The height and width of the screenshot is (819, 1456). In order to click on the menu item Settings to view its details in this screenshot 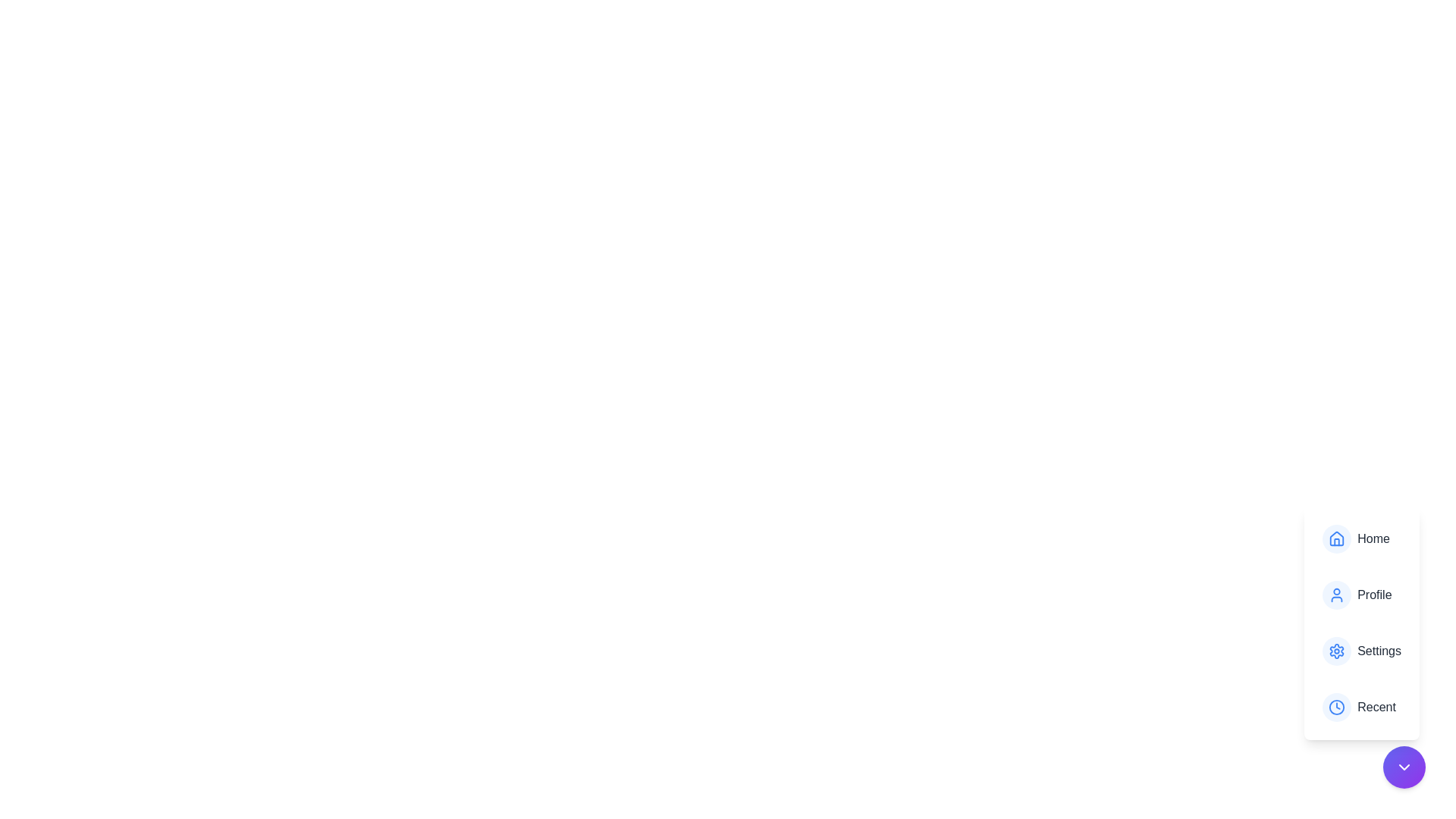, I will do `click(1361, 651)`.